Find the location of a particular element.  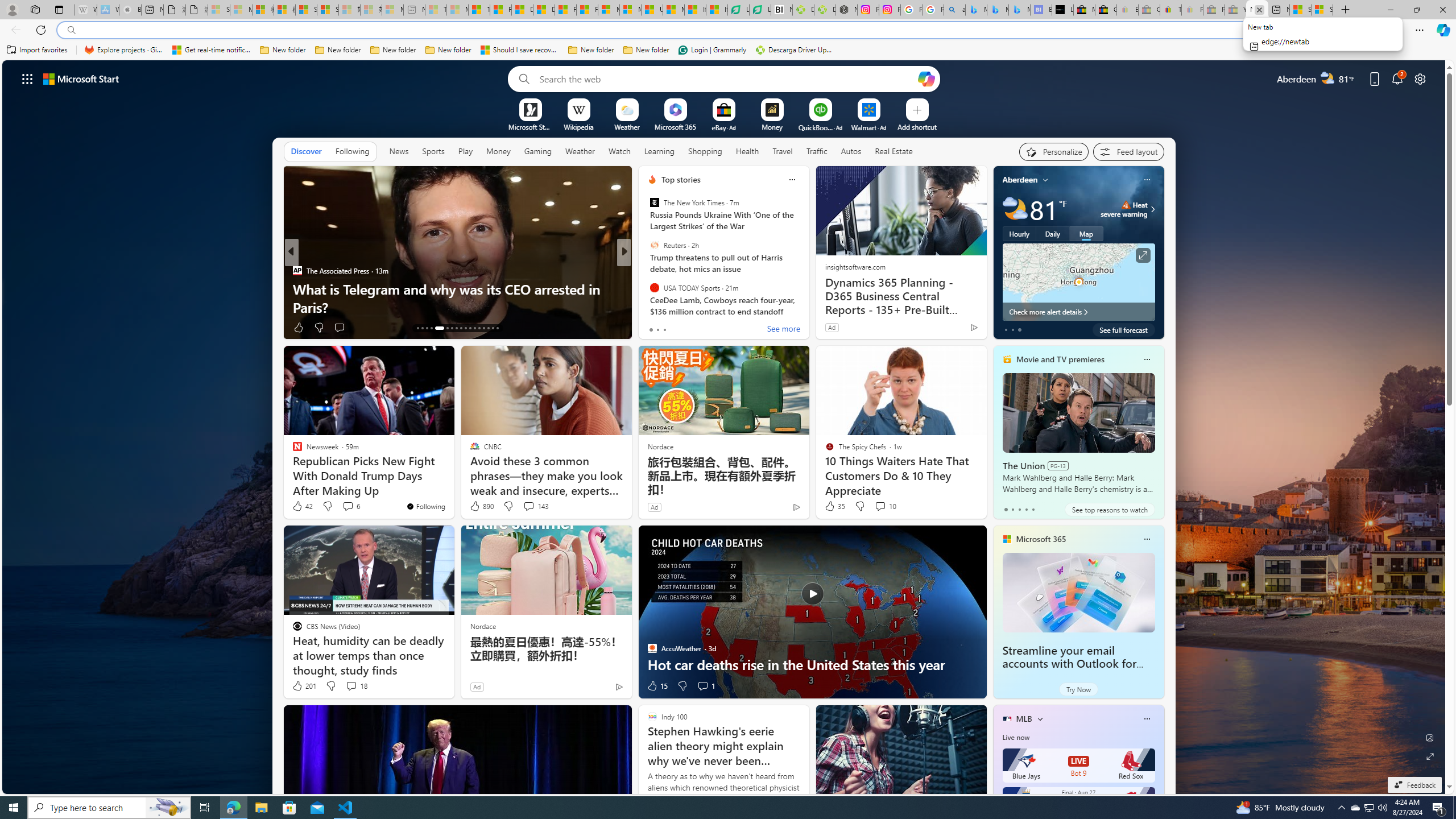

'See more' is located at coordinates (783, 329).